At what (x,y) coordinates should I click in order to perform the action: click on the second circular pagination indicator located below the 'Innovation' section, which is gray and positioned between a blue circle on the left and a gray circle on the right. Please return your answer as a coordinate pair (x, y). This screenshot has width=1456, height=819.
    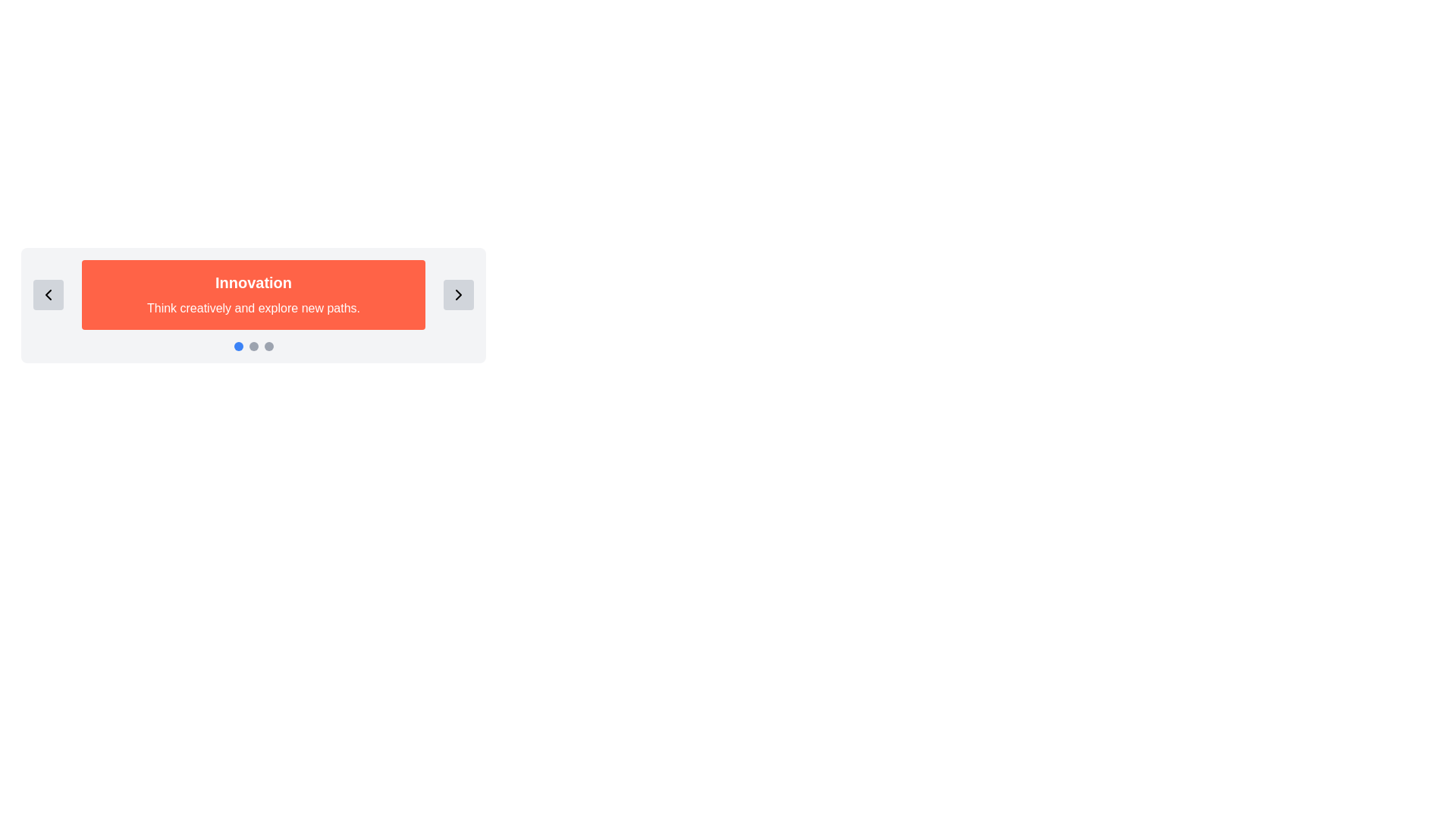
    Looking at the image, I should click on (253, 346).